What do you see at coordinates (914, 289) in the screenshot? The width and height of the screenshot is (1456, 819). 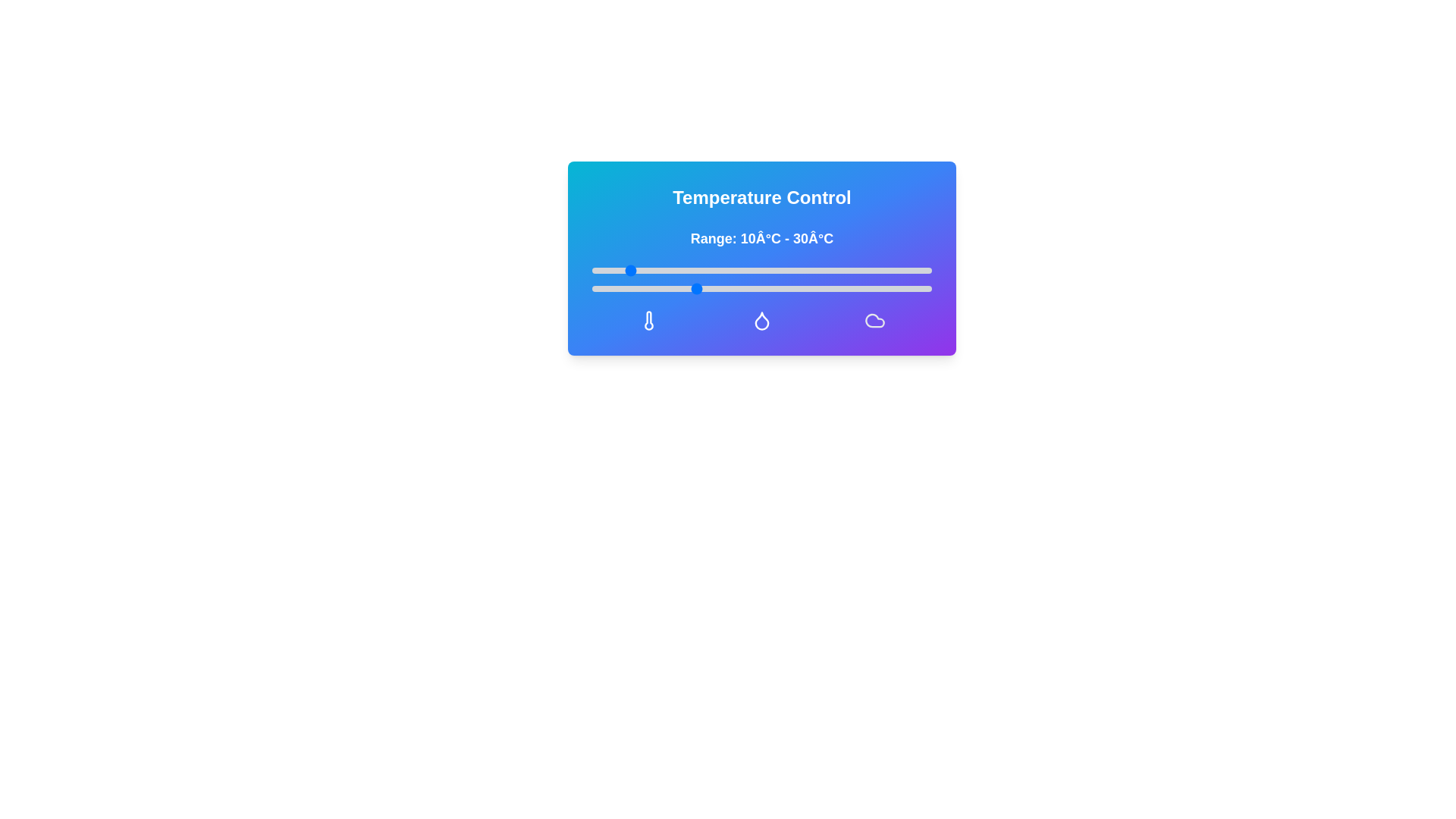 I see `the slider` at bounding box center [914, 289].